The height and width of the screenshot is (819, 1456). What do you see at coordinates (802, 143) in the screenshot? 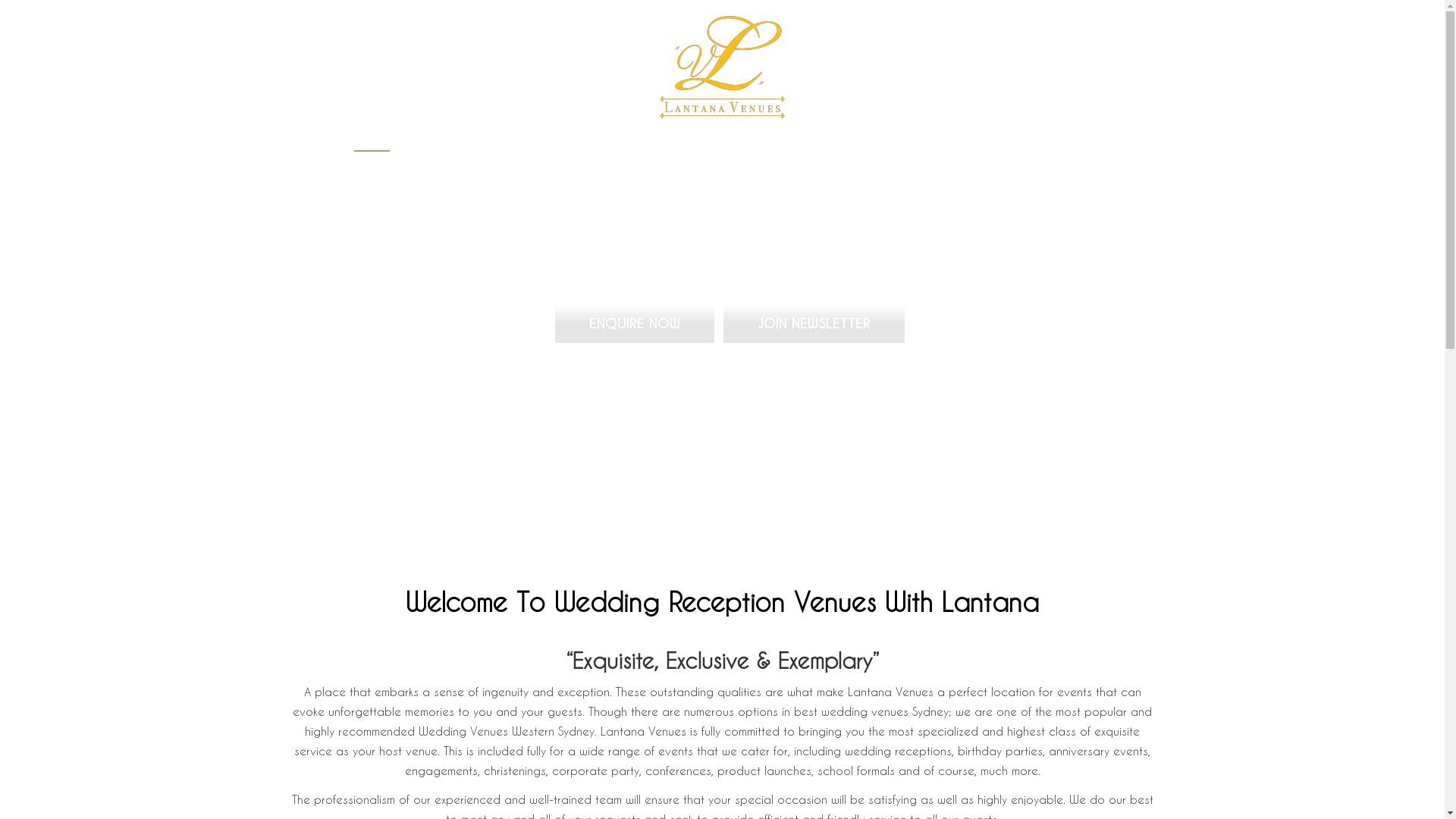
I see `'OUR GALLERY'` at bounding box center [802, 143].